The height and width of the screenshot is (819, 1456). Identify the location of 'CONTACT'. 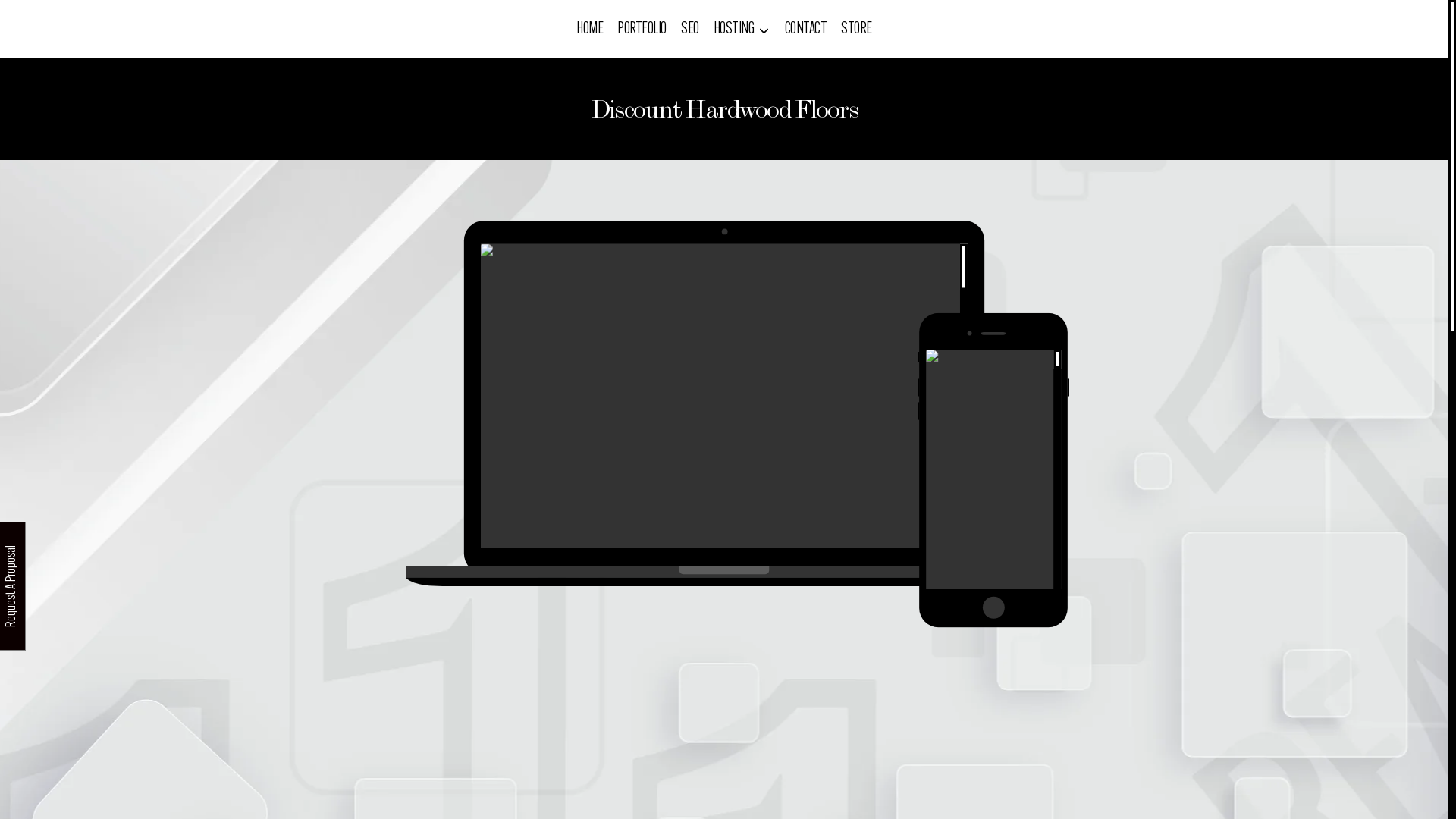
(777, 29).